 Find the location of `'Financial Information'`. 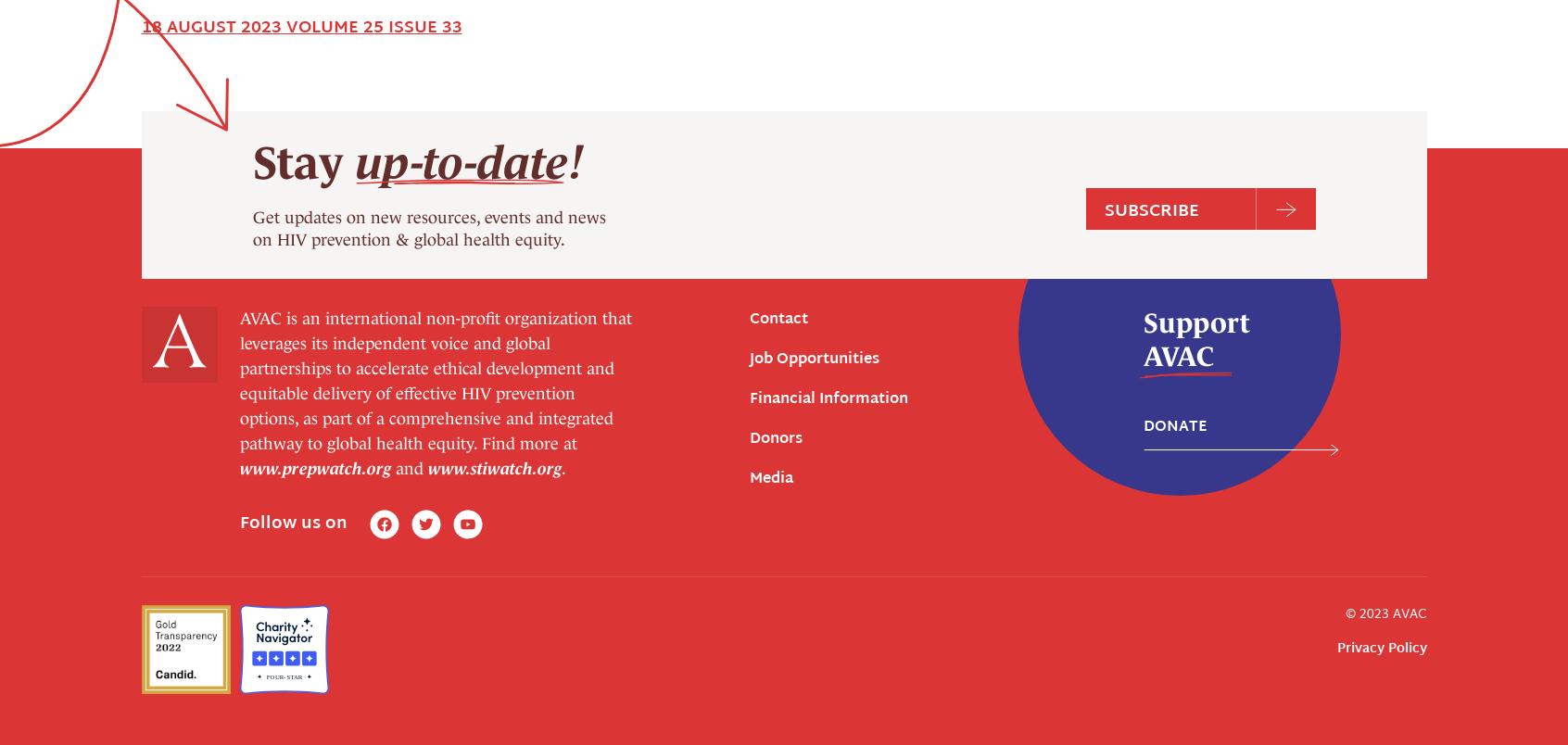

'Financial Information' is located at coordinates (828, 64).